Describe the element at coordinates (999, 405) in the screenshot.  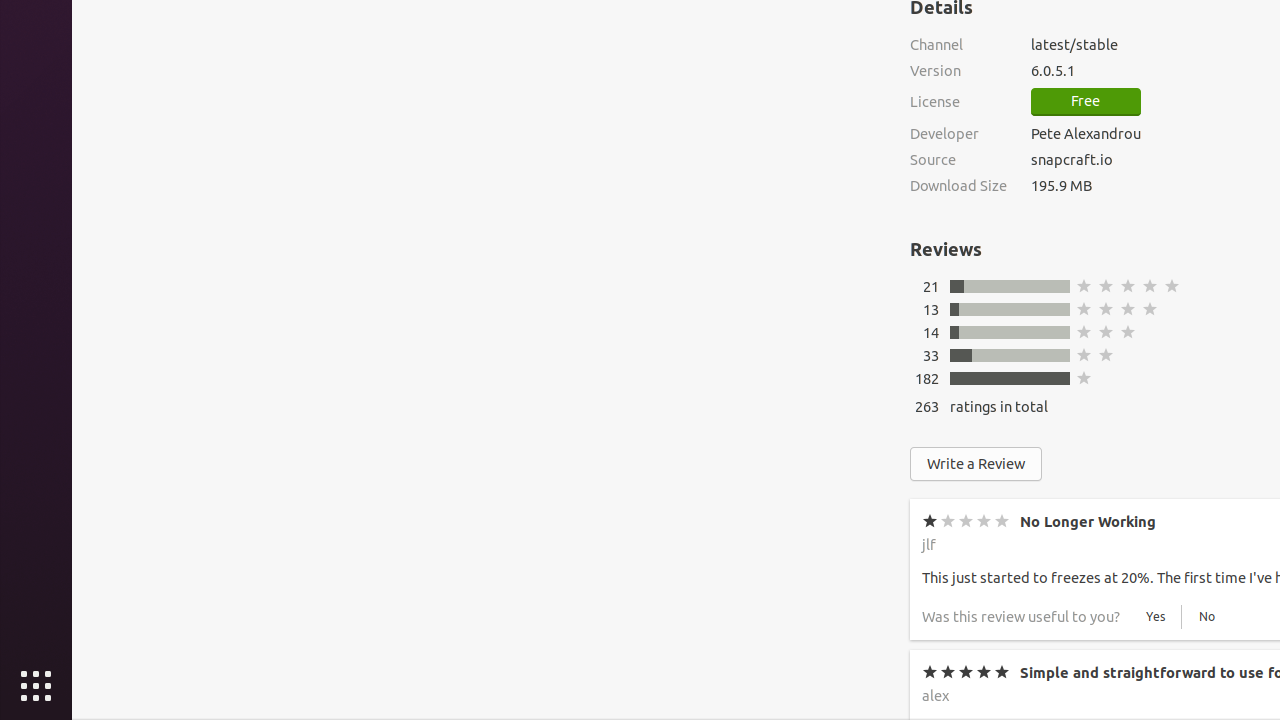
I see `'ratings in total'` at that location.